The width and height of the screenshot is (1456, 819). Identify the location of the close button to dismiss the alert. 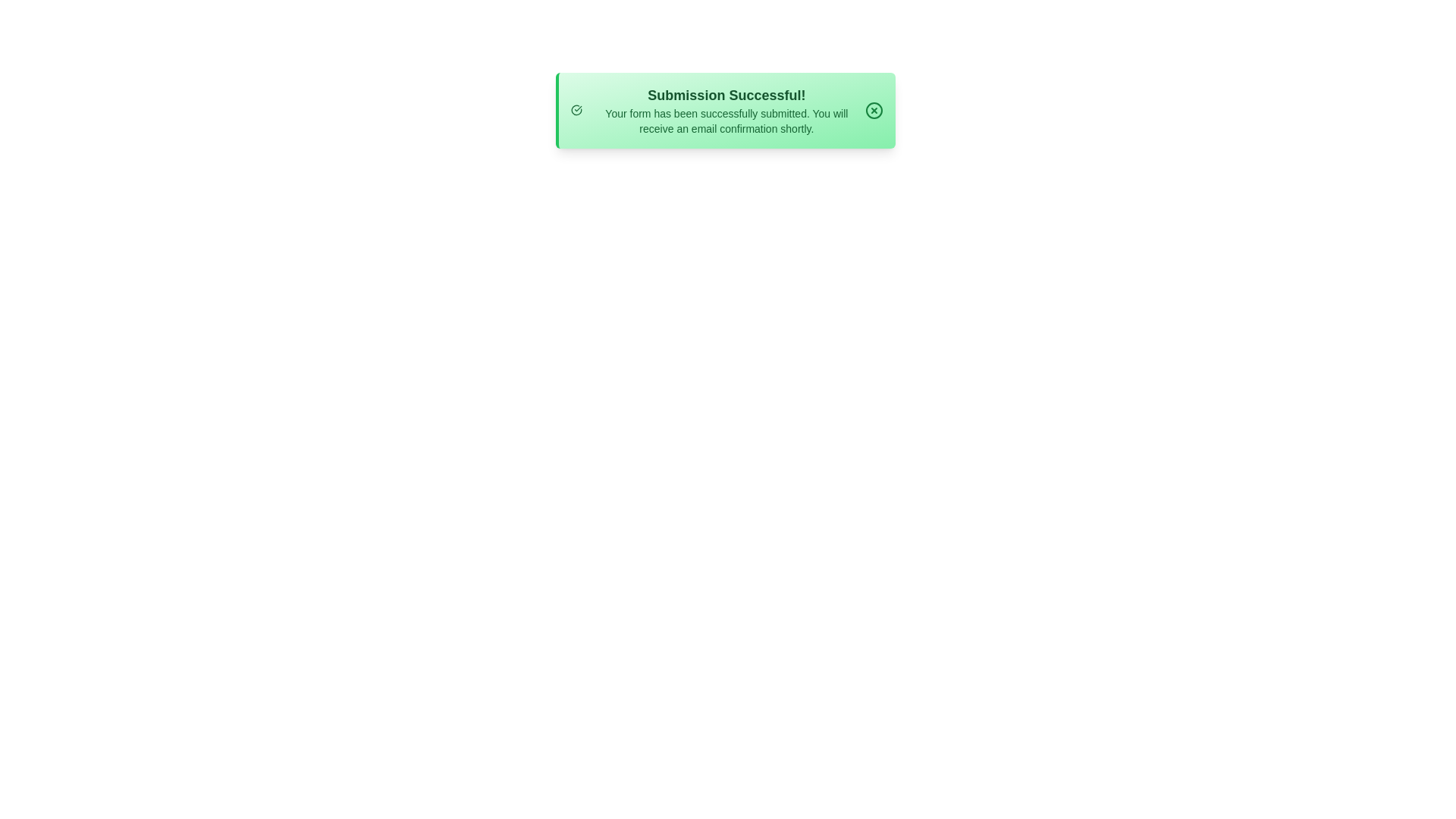
(874, 110).